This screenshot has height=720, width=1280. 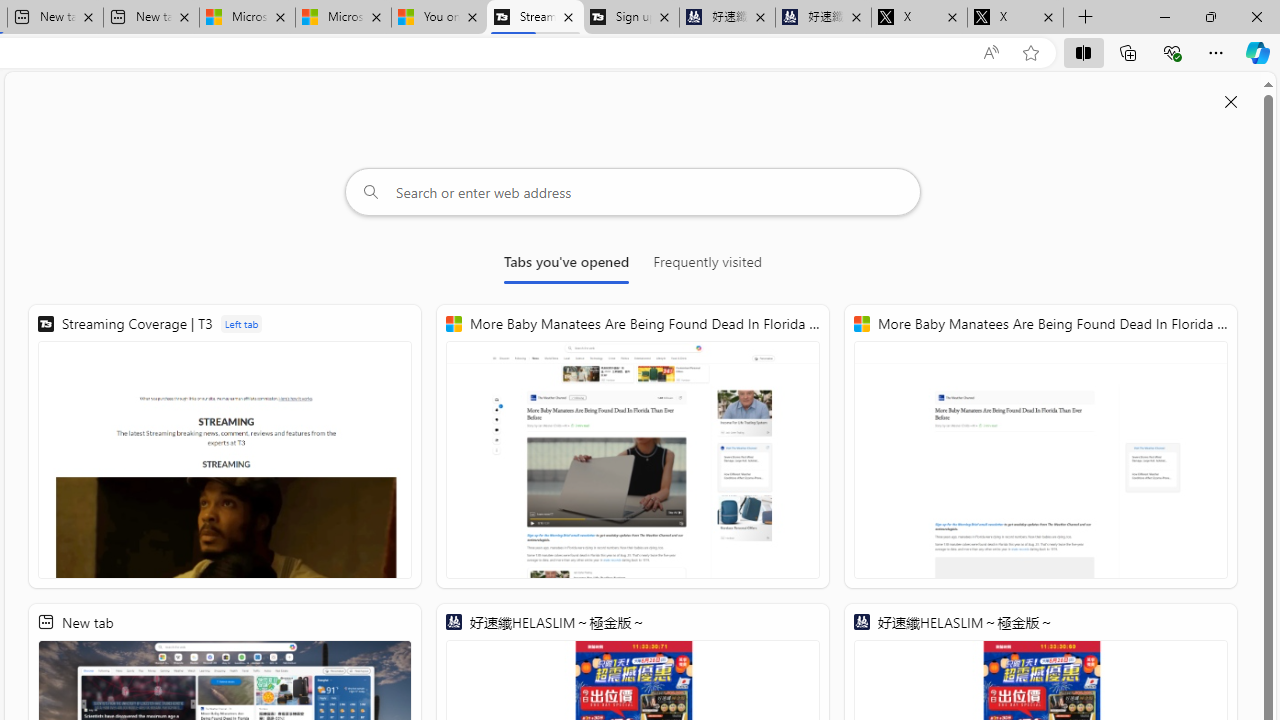 What do you see at coordinates (1257, 51) in the screenshot?
I see `'Copilot (Ctrl+Shift+.)'` at bounding box center [1257, 51].